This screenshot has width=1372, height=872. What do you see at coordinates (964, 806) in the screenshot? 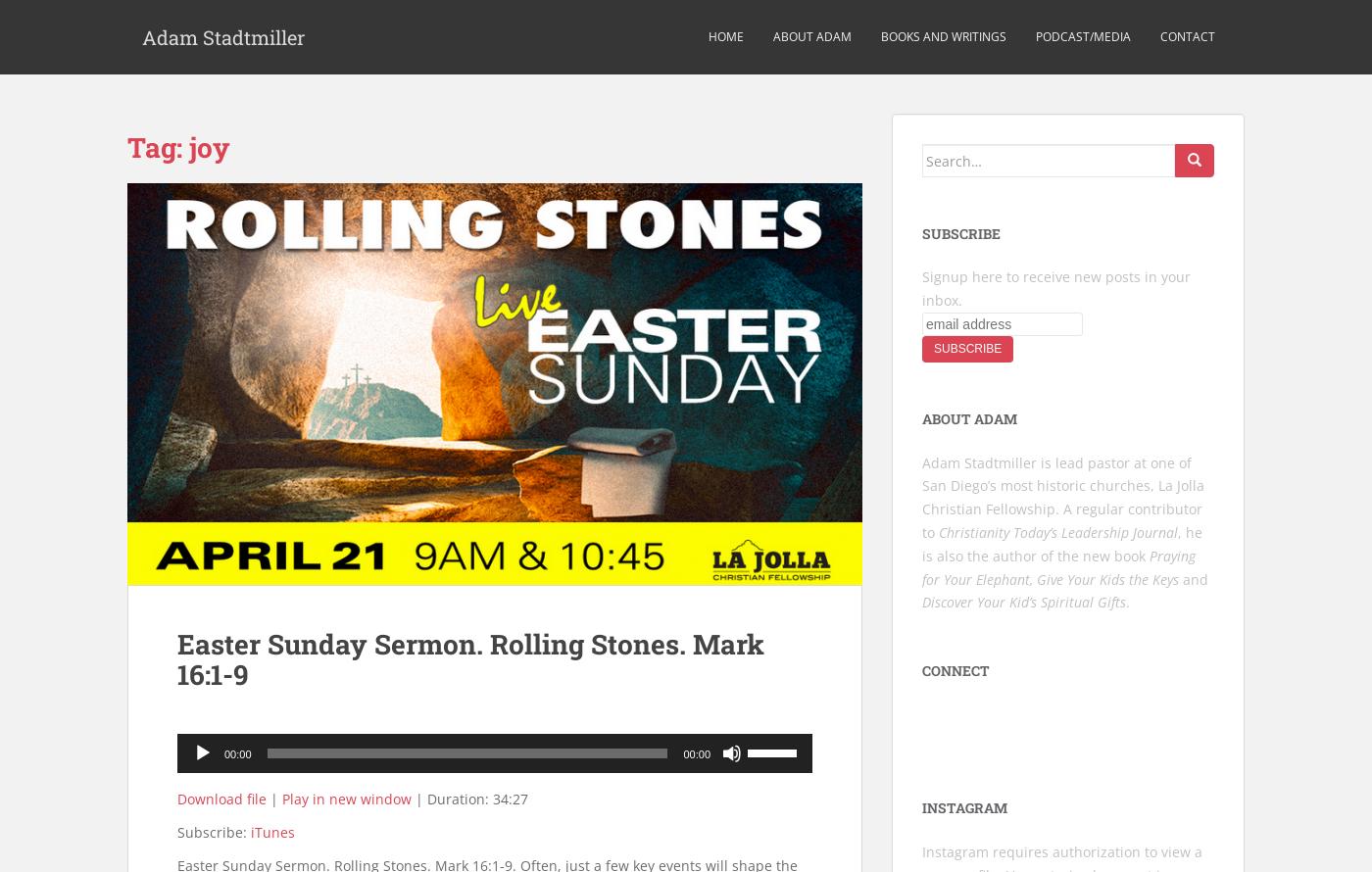
I see `'Instagram'` at bounding box center [964, 806].